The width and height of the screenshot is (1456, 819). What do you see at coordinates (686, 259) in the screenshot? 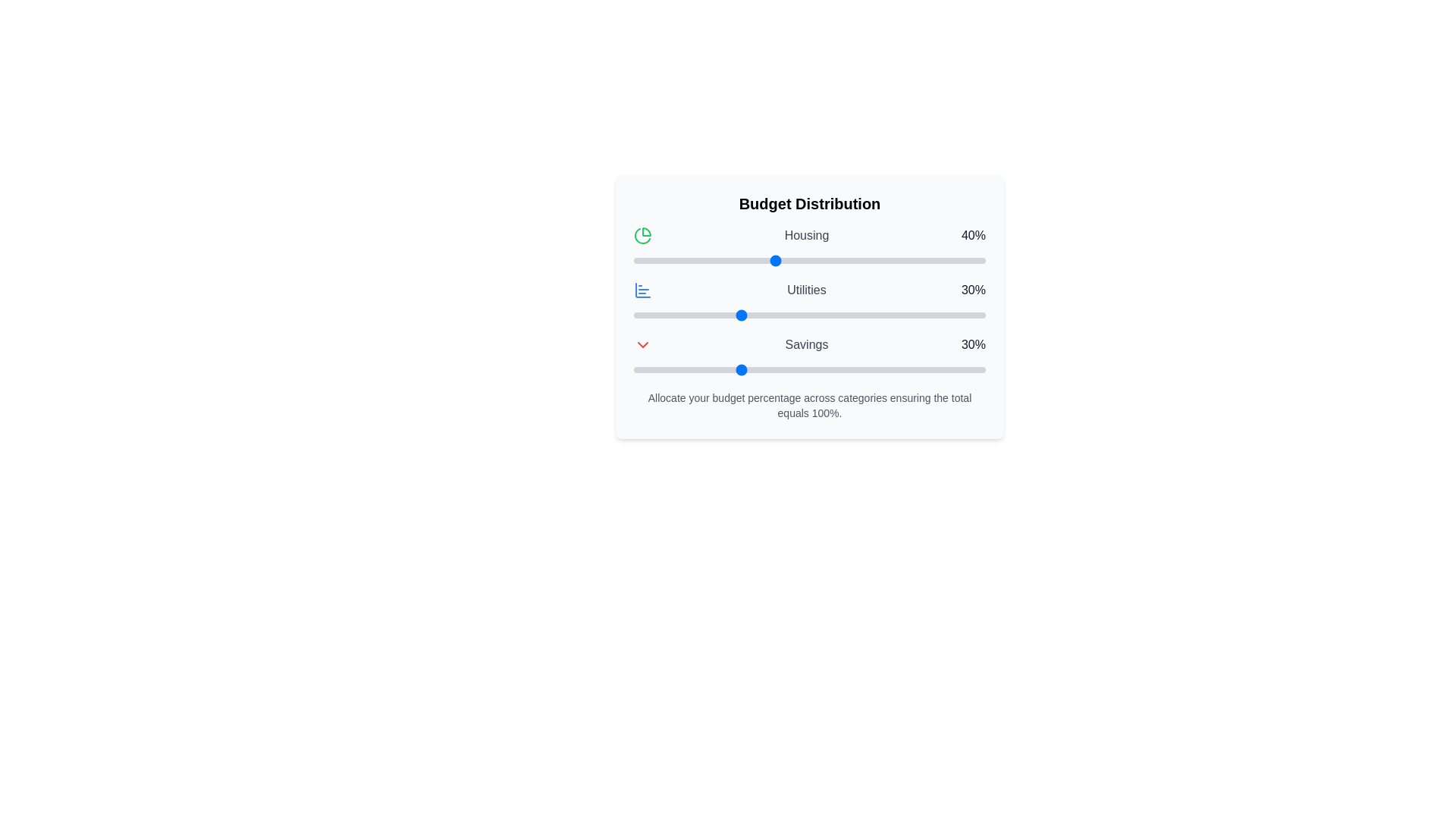
I see `the Housing percentage slider` at bounding box center [686, 259].